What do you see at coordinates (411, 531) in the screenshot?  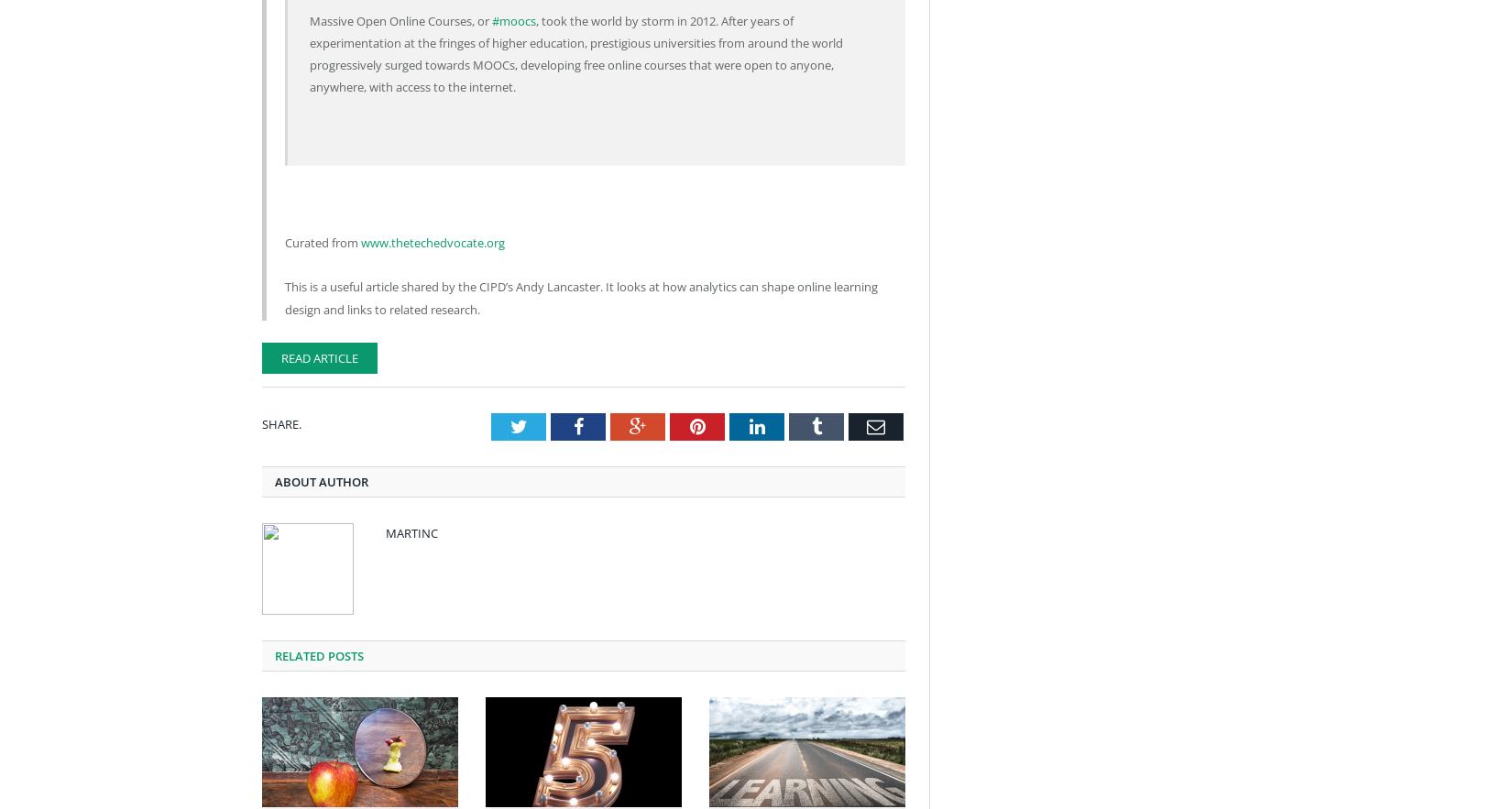 I see `'Martinc'` at bounding box center [411, 531].